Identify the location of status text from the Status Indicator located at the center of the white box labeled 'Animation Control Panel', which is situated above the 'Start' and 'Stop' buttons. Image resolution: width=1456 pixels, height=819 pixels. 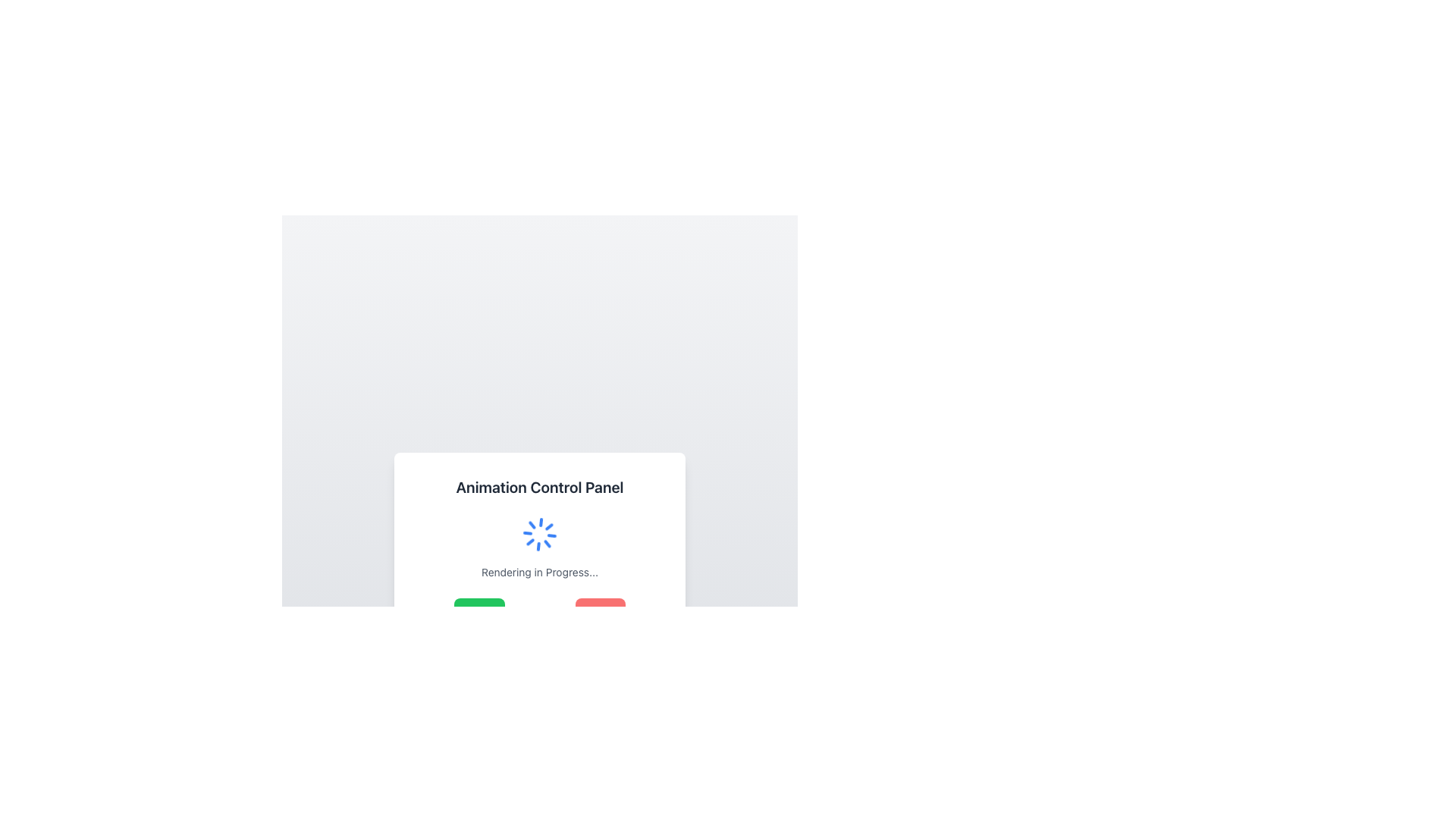
(539, 547).